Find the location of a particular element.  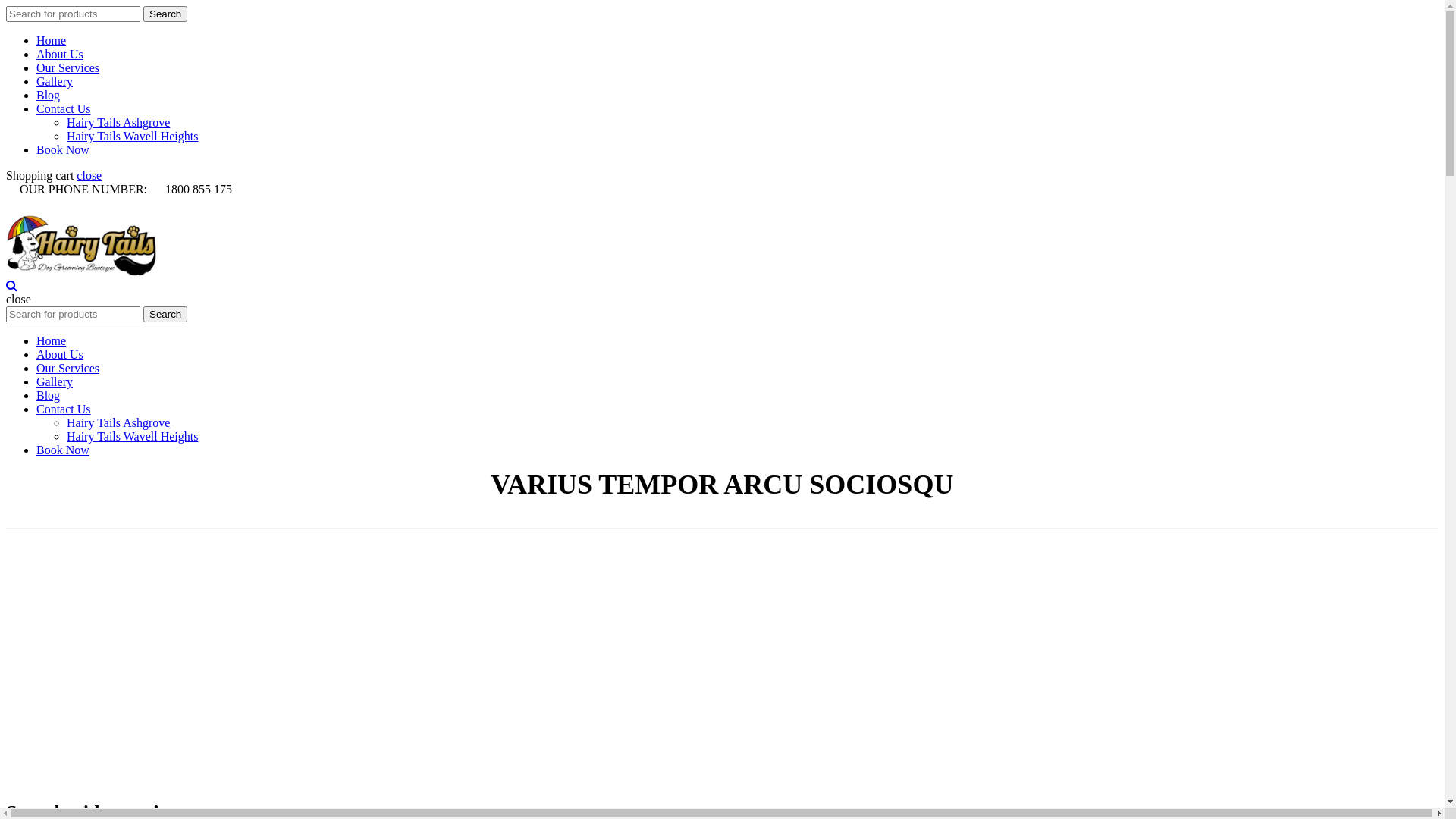

'Blog' is located at coordinates (48, 394).